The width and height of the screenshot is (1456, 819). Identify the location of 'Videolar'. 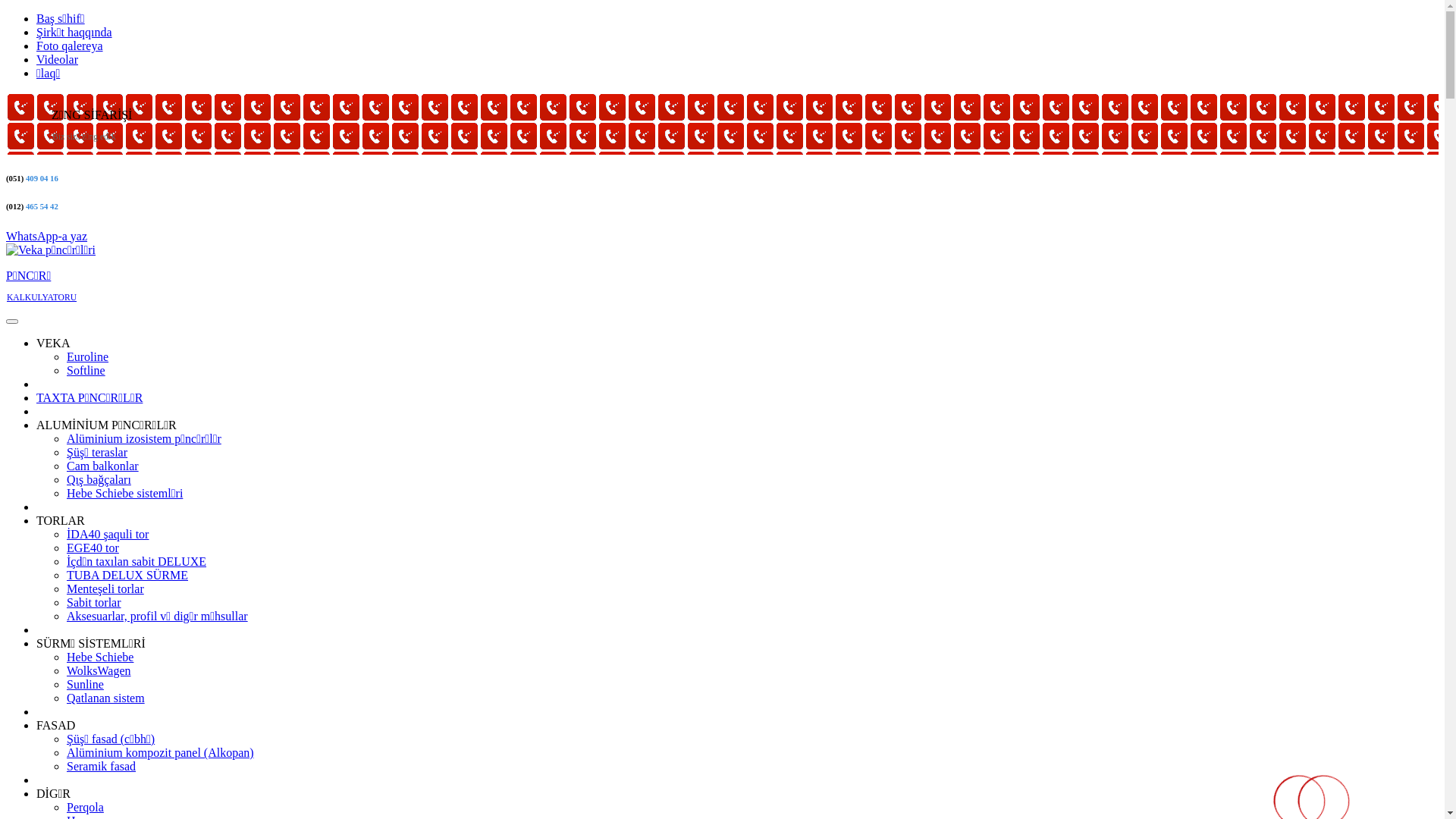
(57, 58).